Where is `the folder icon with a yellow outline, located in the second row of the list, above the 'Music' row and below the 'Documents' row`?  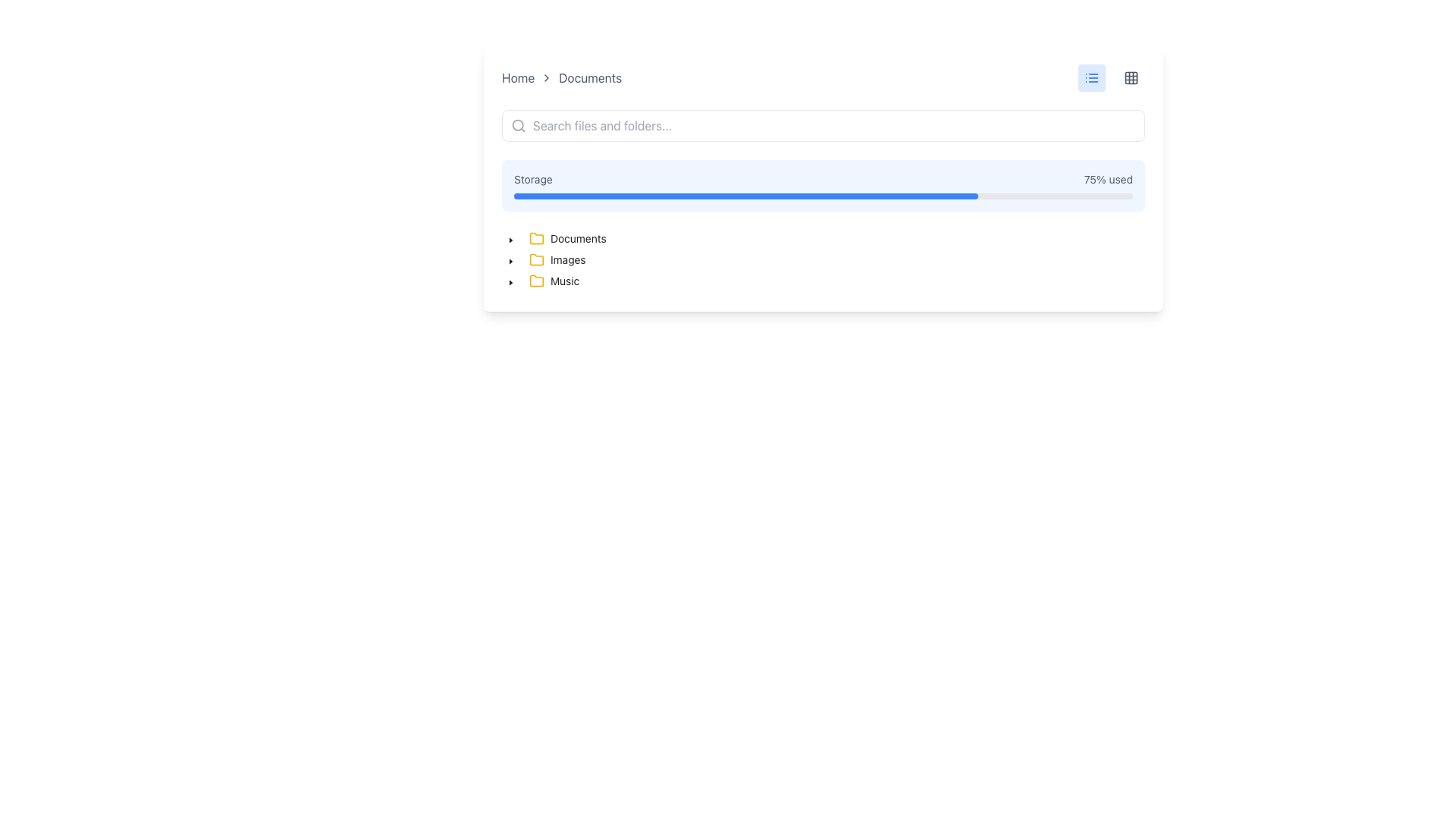
the folder icon with a yellow outline, located in the second row of the list, above the 'Music' row and below the 'Documents' row is located at coordinates (537, 259).